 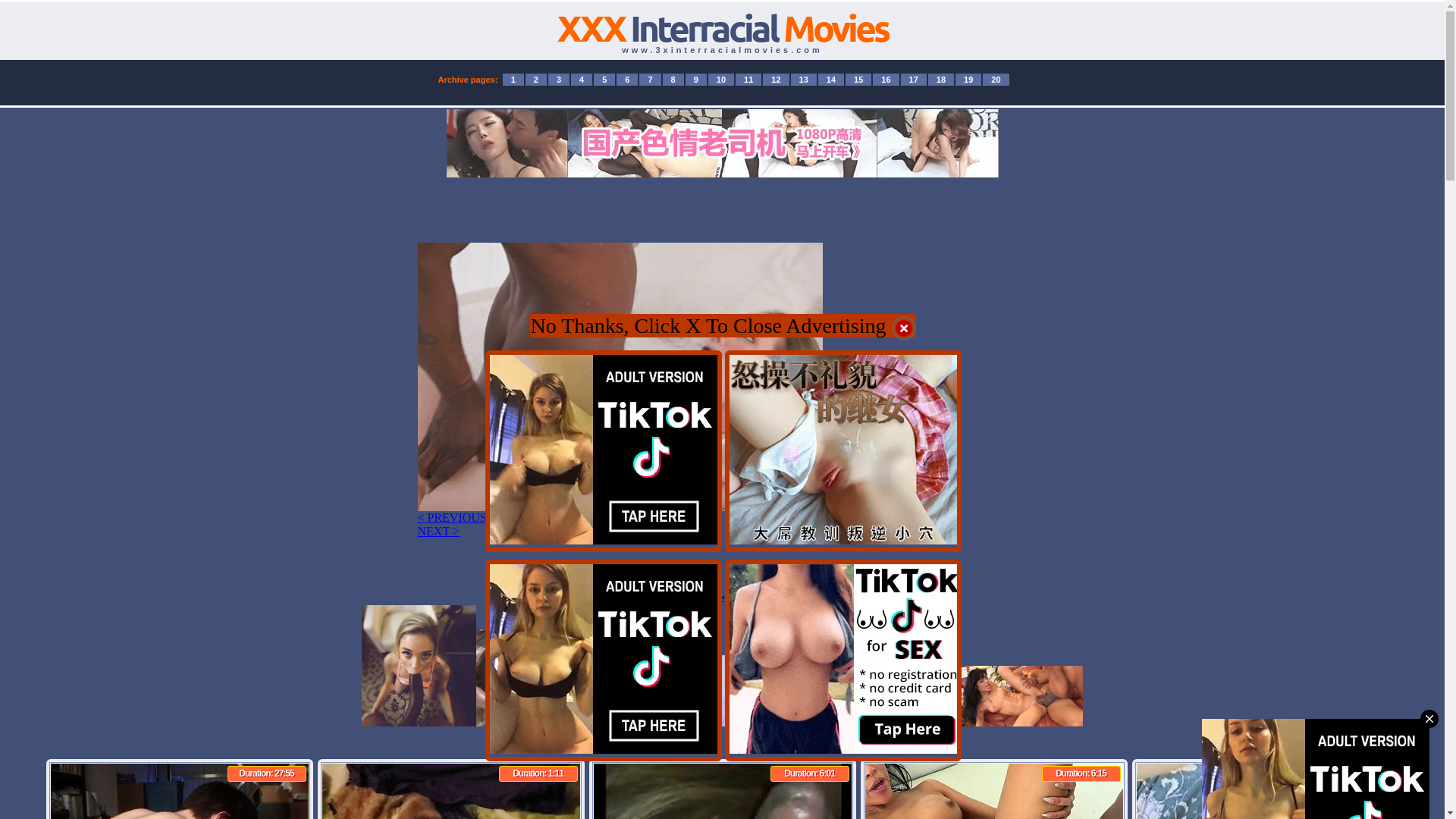 What do you see at coordinates (513, 79) in the screenshot?
I see `'1'` at bounding box center [513, 79].